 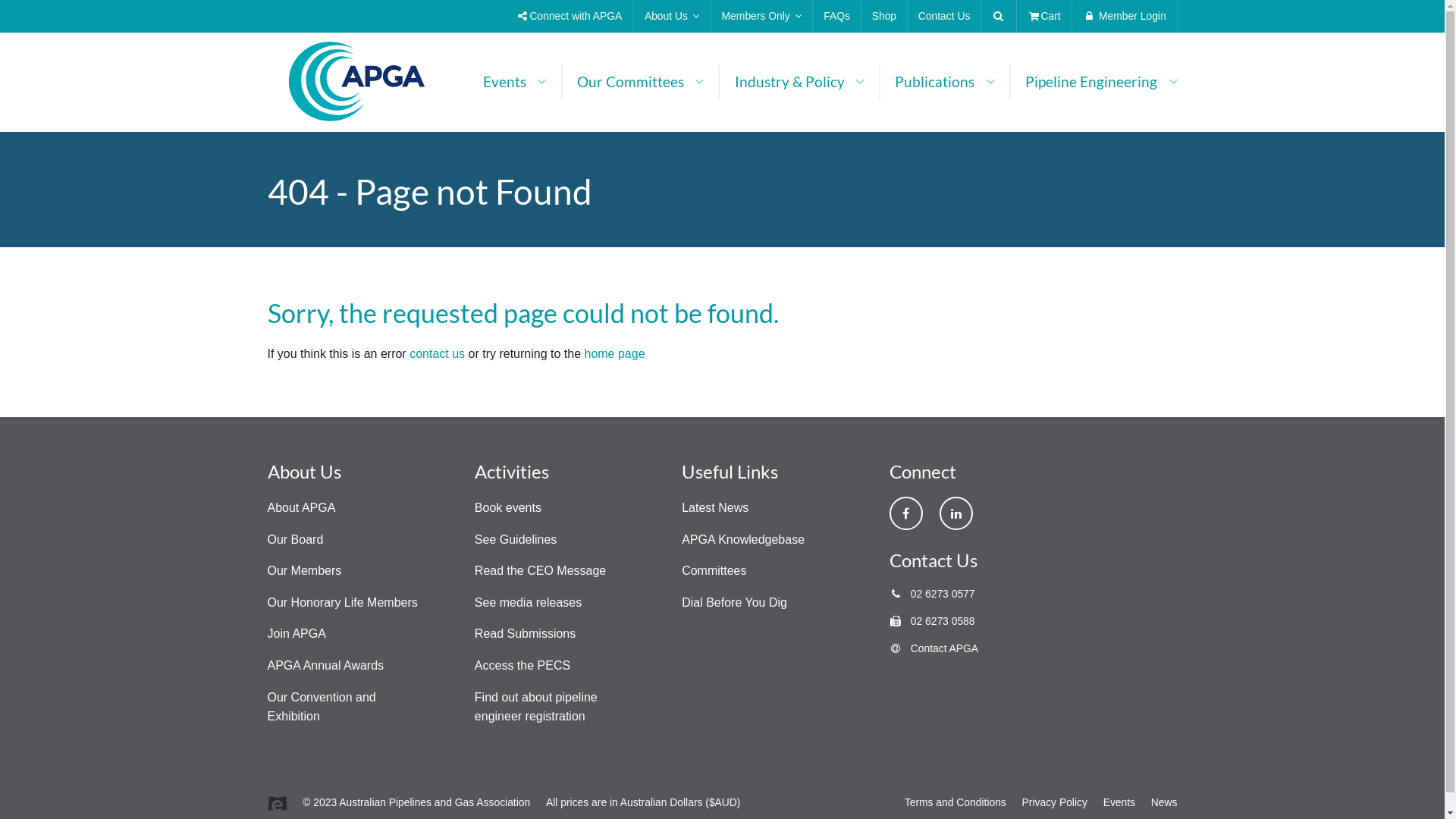 I want to click on '02 6273 0577', so click(x=930, y=593).